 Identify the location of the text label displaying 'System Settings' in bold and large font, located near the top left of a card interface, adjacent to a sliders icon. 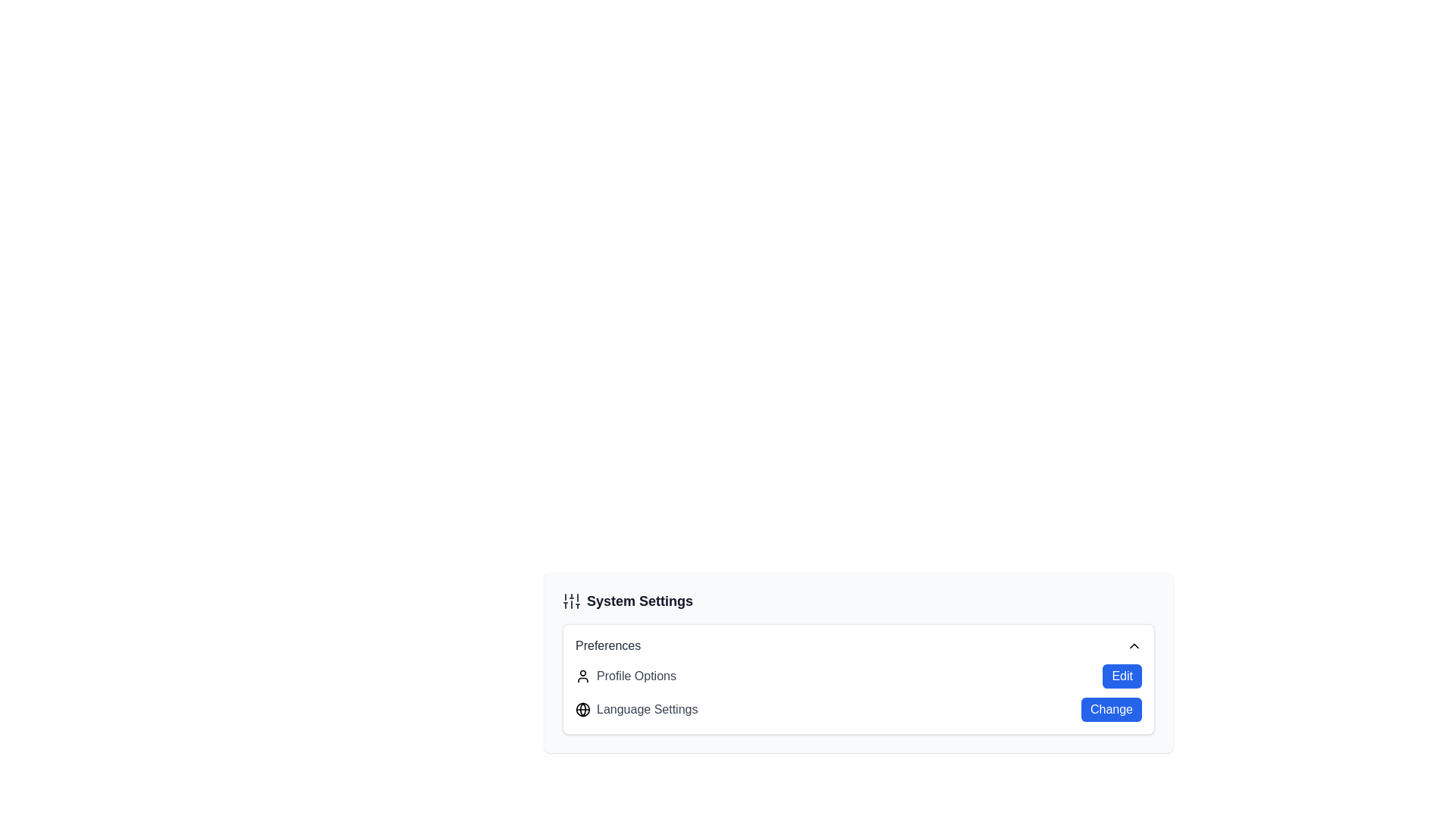
(640, 601).